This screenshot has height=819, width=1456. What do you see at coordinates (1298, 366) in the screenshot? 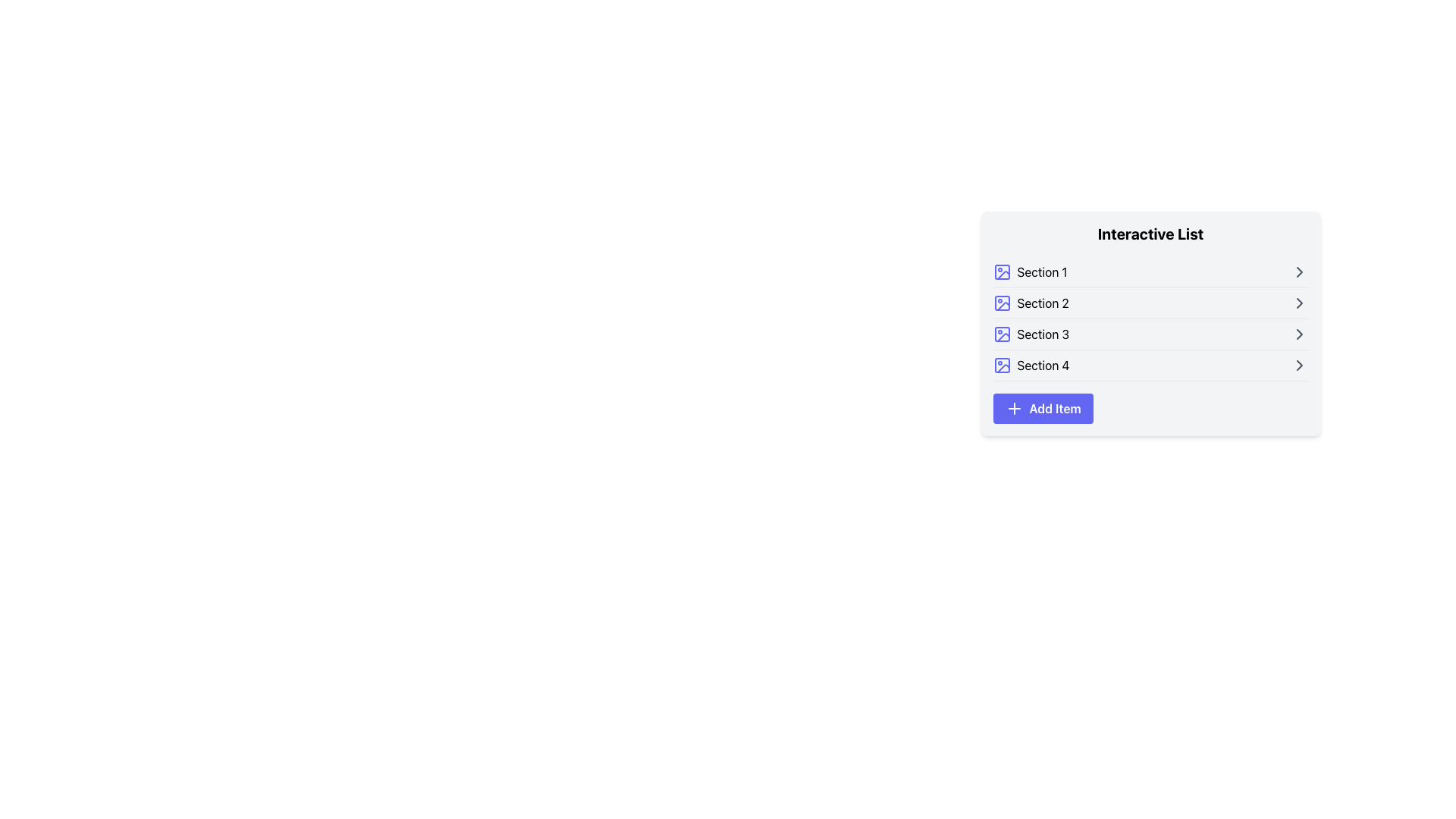
I see `the rightmost interactive icon in the row labeled 'Section 4'` at bounding box center [1298, 366].